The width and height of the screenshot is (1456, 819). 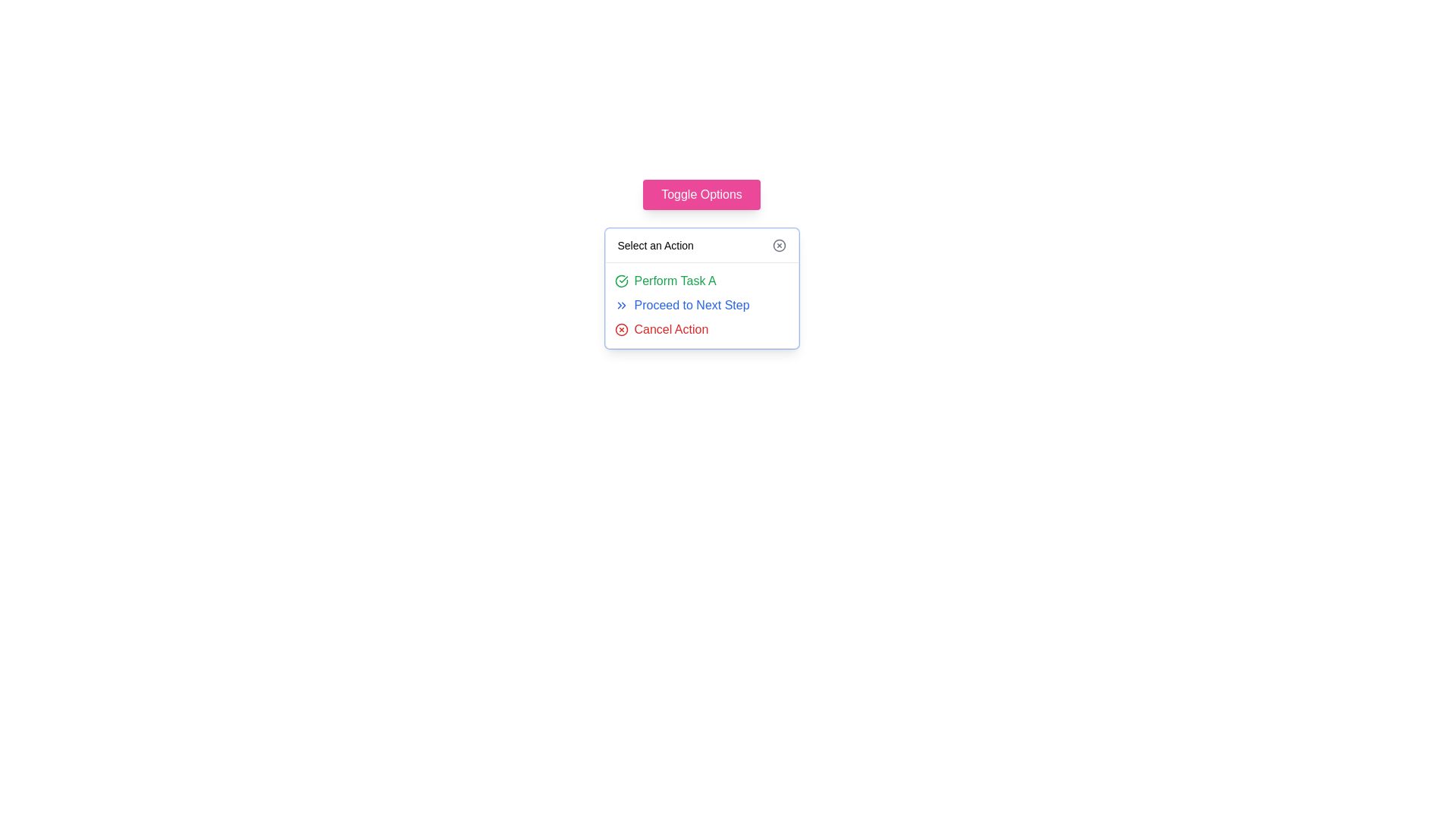 I want to click on the icon composed of two right-pointing chevron shapes that is located to the left of the 'Proceed to Next Step' text in the dropdown menu below the 'Toggle Options' button, so click(x=621, y=305).